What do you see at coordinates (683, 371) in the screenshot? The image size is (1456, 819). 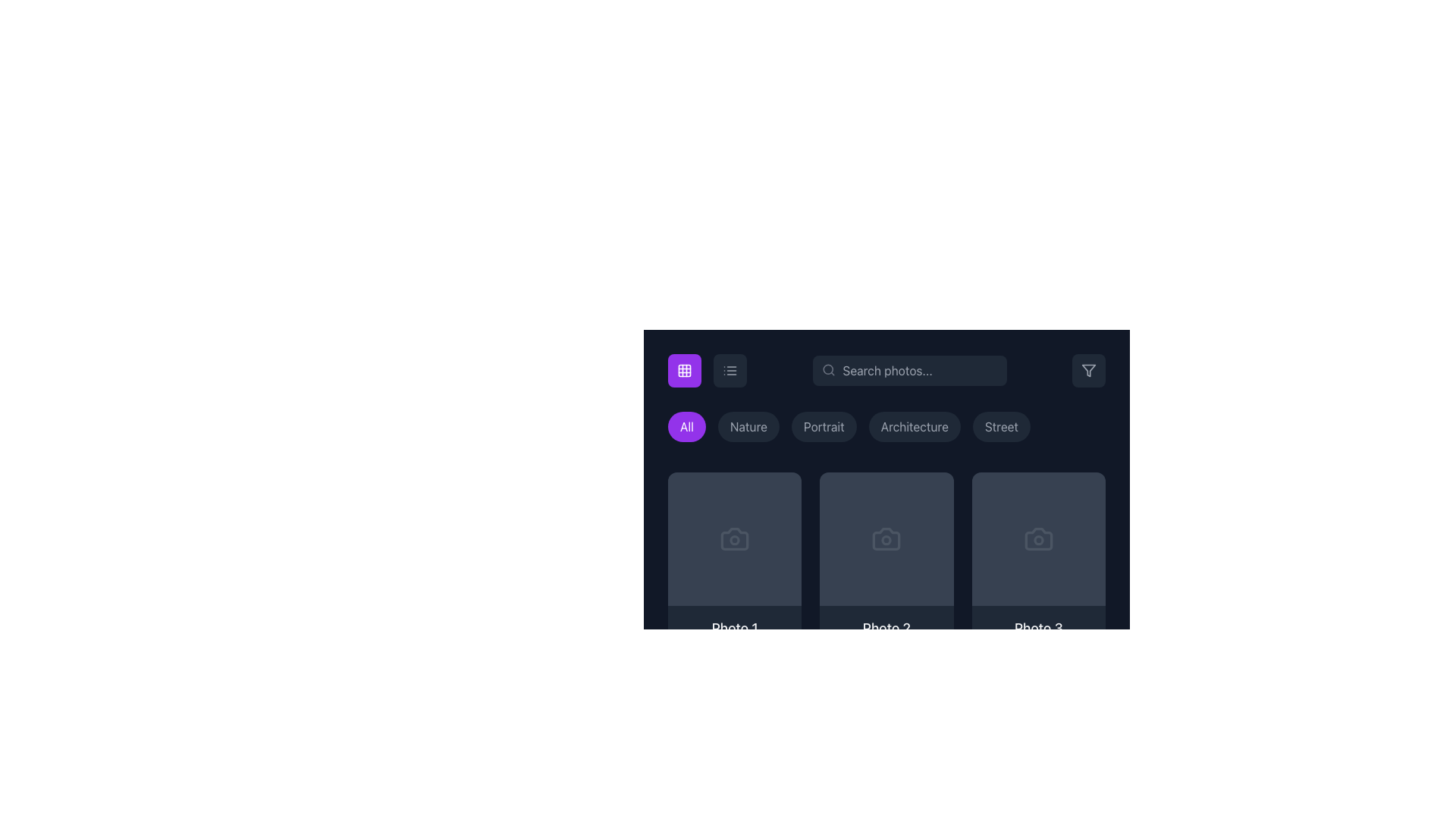 I see `the grid icon located at the top-left section of the dark-themed interface` at bounding box center [683, 371].